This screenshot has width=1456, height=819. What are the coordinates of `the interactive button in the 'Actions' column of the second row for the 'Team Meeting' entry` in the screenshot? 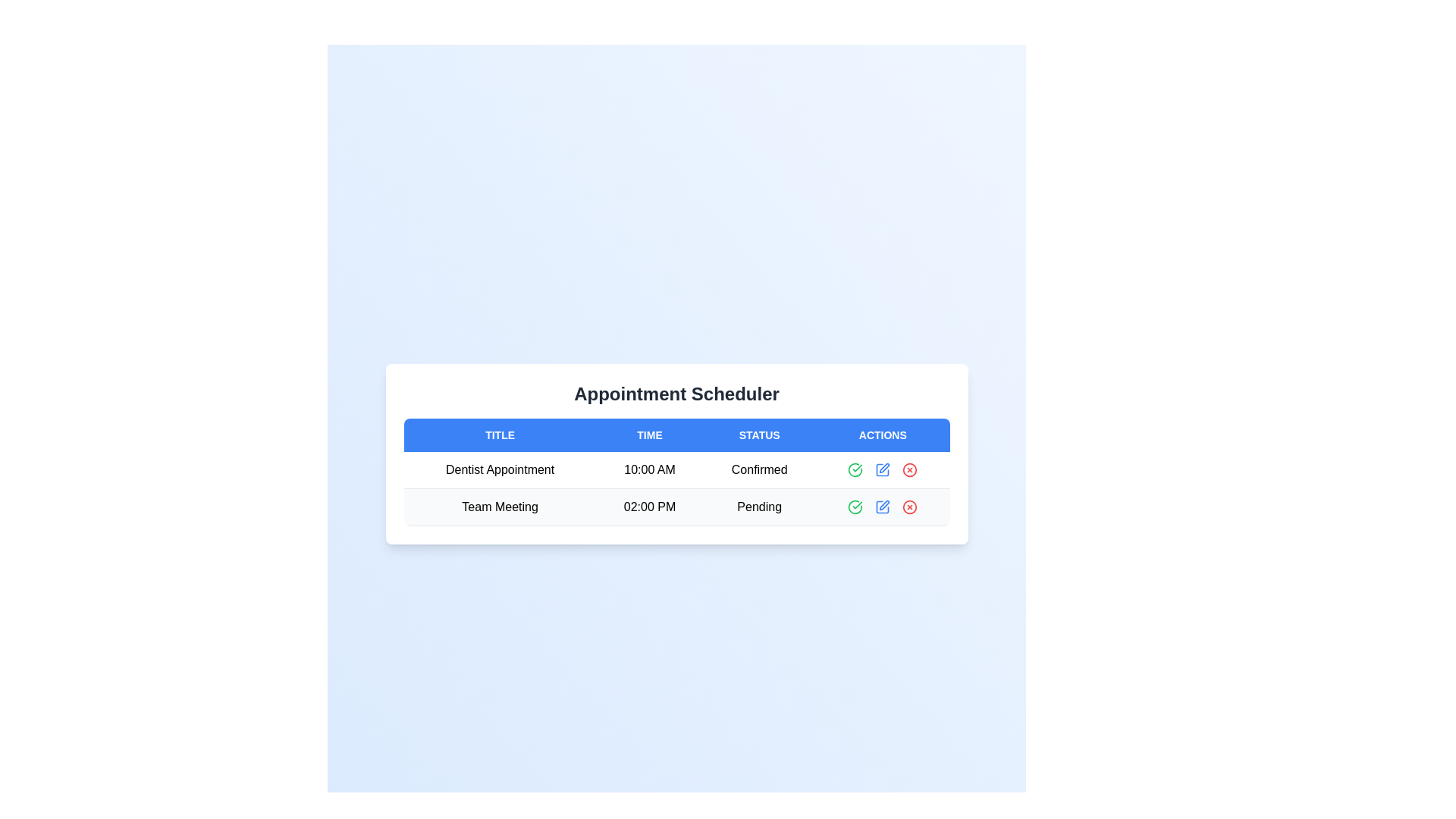 It's located at (883, 507).